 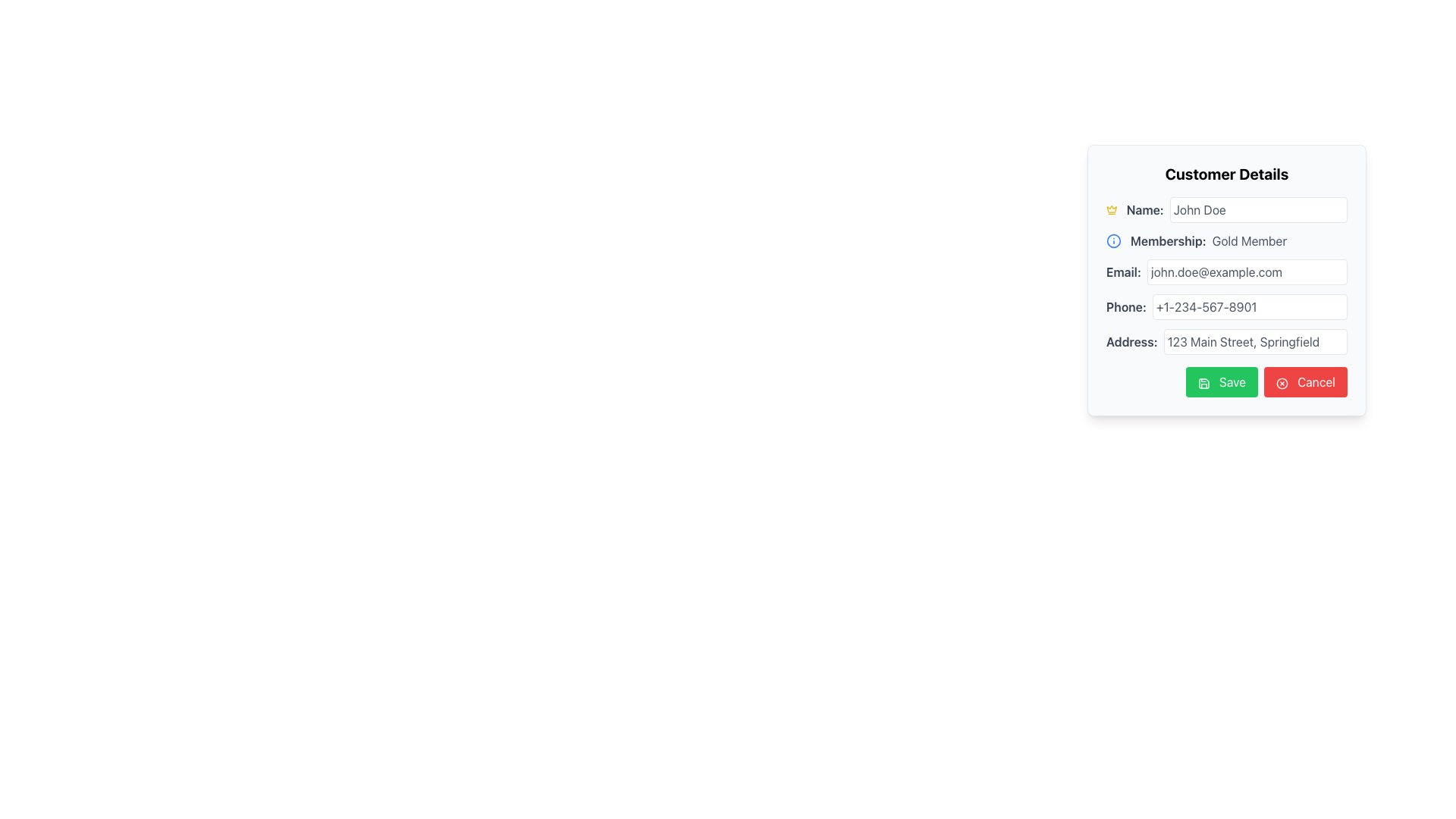 I want to click on the visual decorative element representing the information icon adjacent to the 'Membership' label in the 'Customer Details' section, so click(x=1113, y=240).